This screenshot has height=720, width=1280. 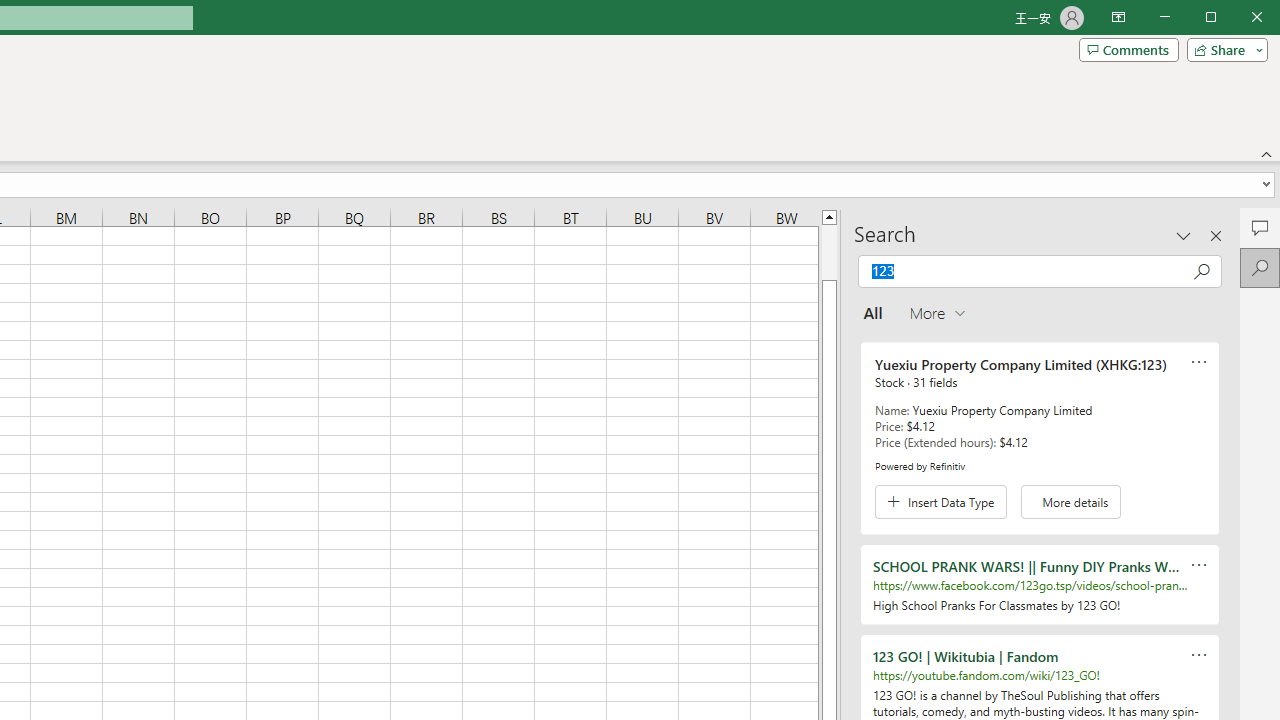 I want to click on 'Comments', so click(x=1128, y=49).